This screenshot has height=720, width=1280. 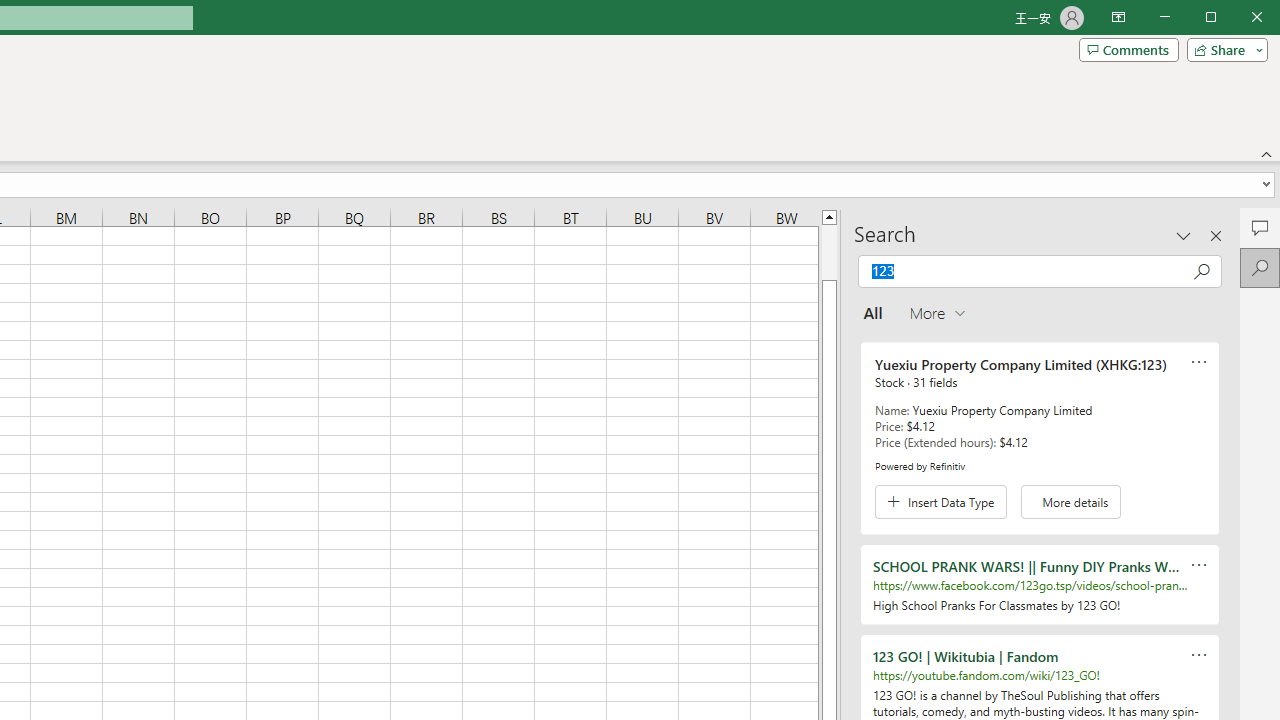 I want to click on 'Comments', so click(x=1128, y=49).